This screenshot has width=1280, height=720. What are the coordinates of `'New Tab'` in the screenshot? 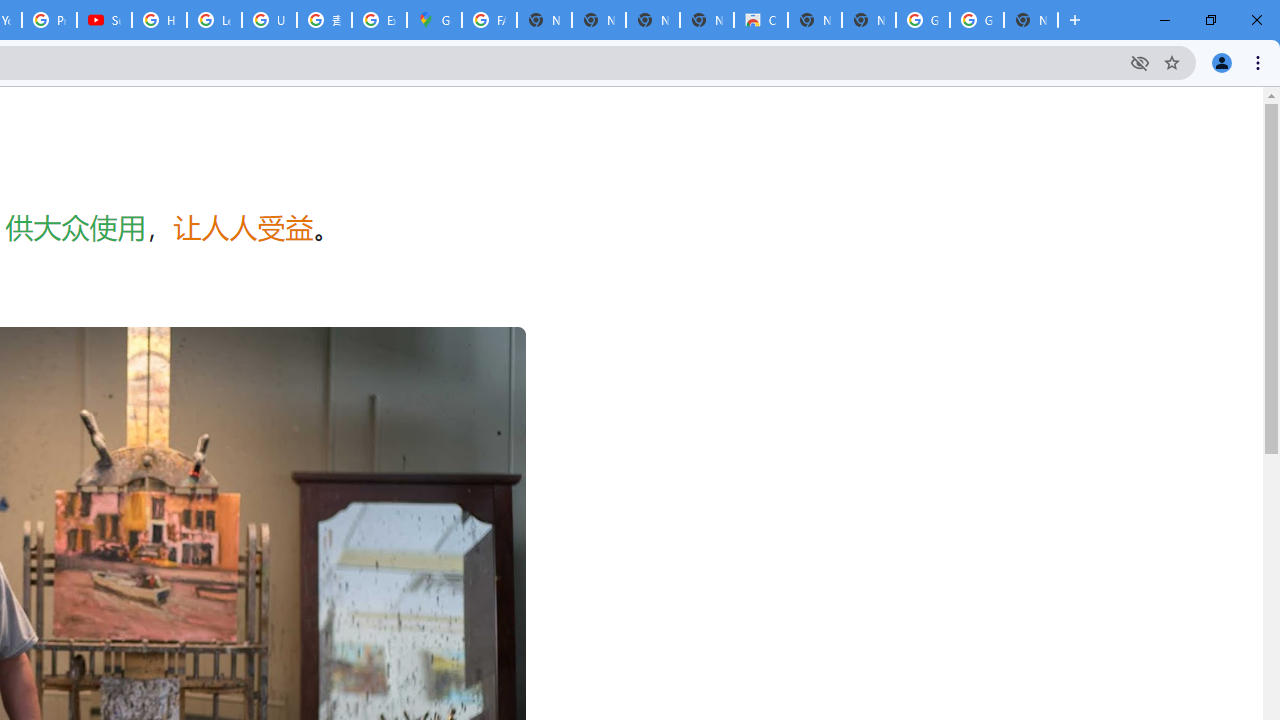 It's located at (1031, 20).